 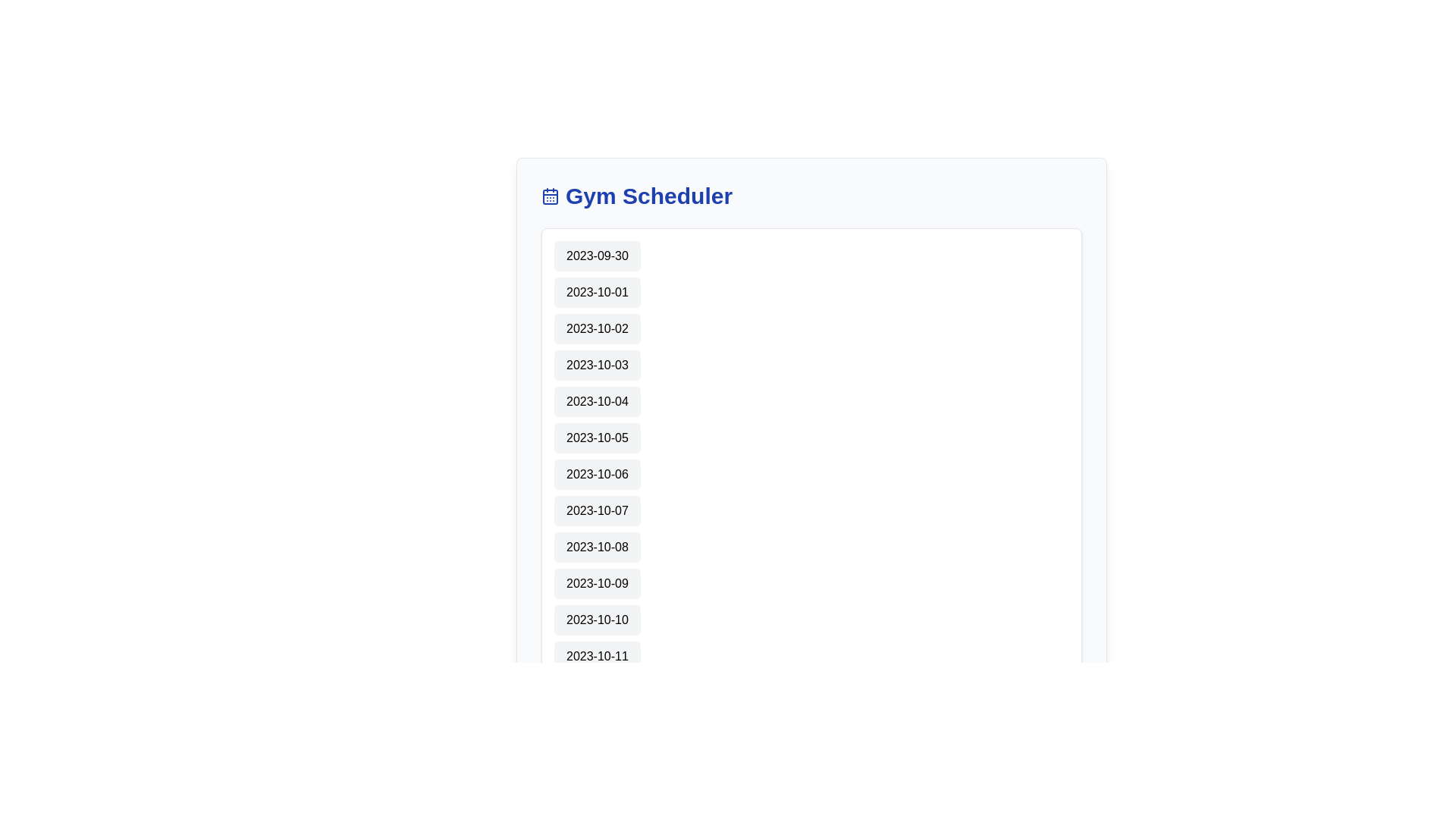 I want to click on the button displaying the date '2023-10-11' in a vertical list of dates, so click(x=596, y=656).